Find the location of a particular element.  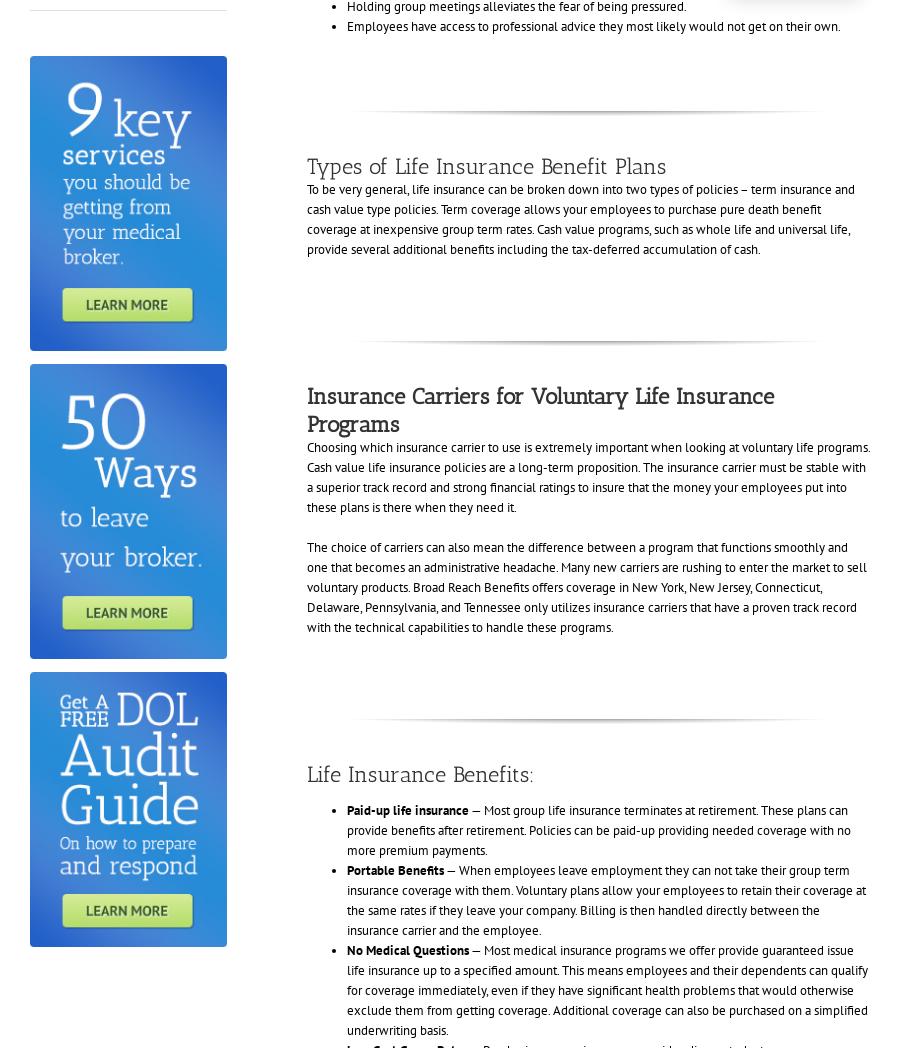

'— Most medical insurance programs we offer provide guaranteed issue life insurance up to a specified amount. This means employees and their dependents can qualify for coverage immediately, even if they have significant health problems that would otherwise exclude them from getting coverage. Additional coverage can also be purchased on a simplified underwriting basis.' is located at coordinates (345, 988).